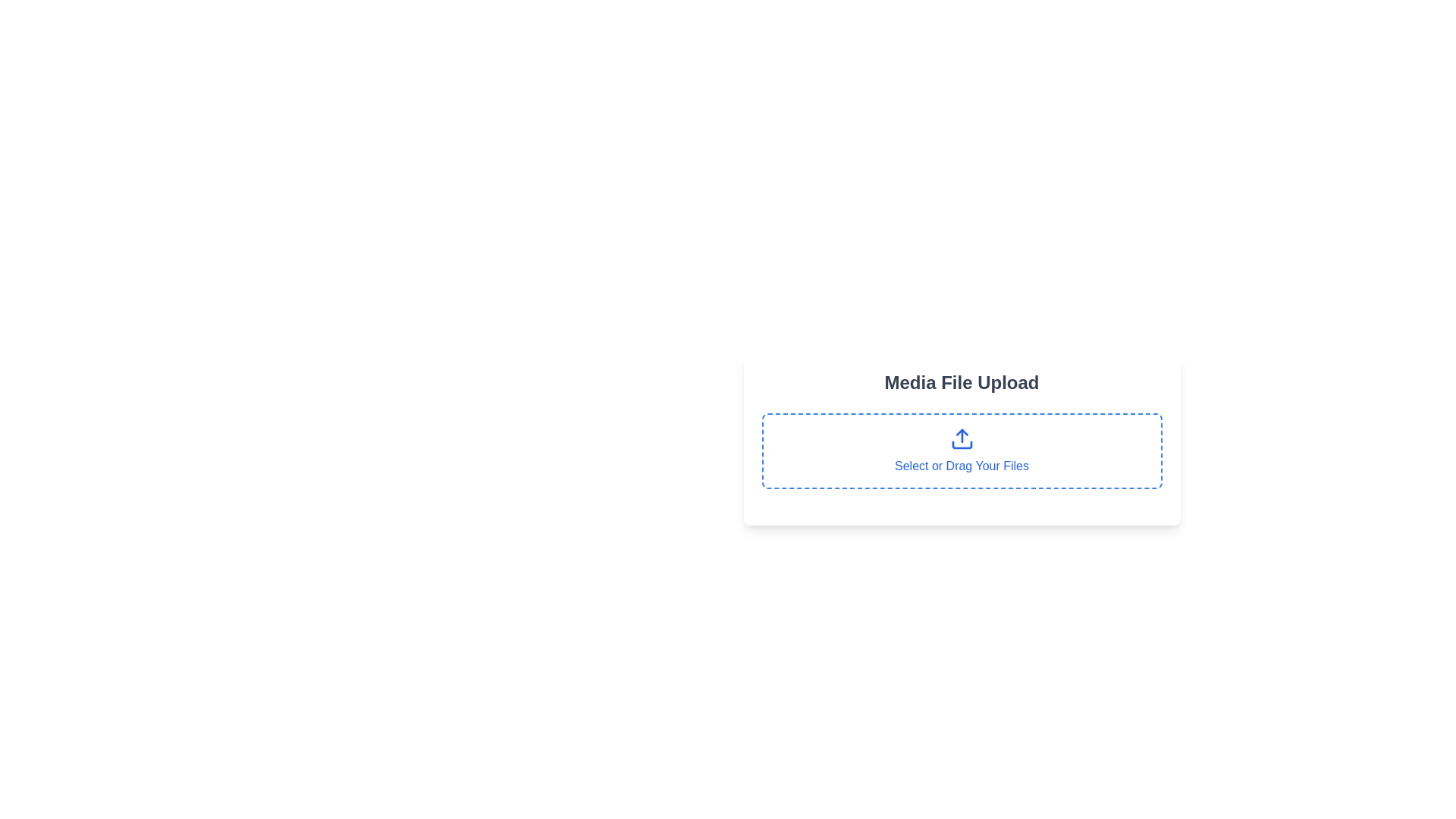  What do you see at coordinates (961, 450) in the screenshot?
I see `the File upload area displaying a dashed rectangular frame with blue borders and the text 'Select or Drag Your Files'` at bounding box center [961, 450].